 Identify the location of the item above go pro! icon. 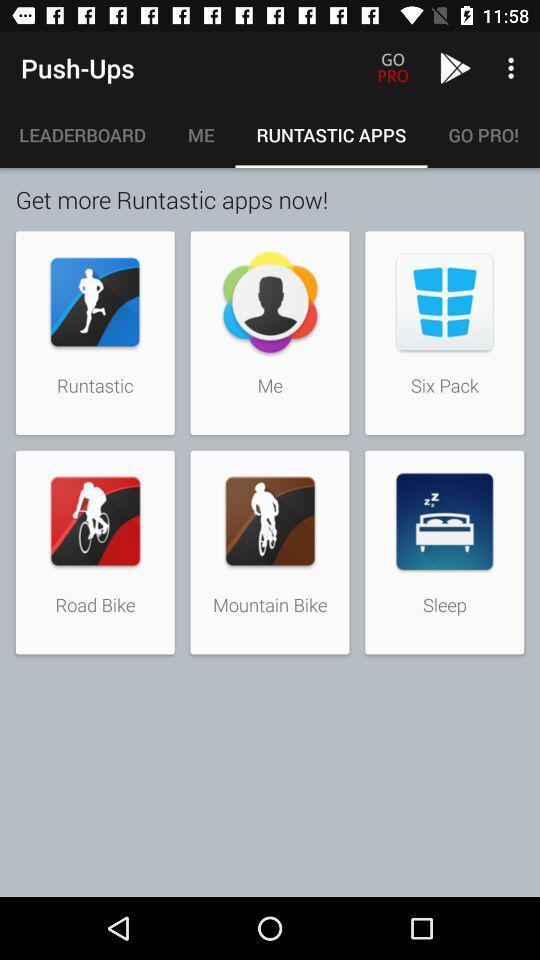
(513, 68).